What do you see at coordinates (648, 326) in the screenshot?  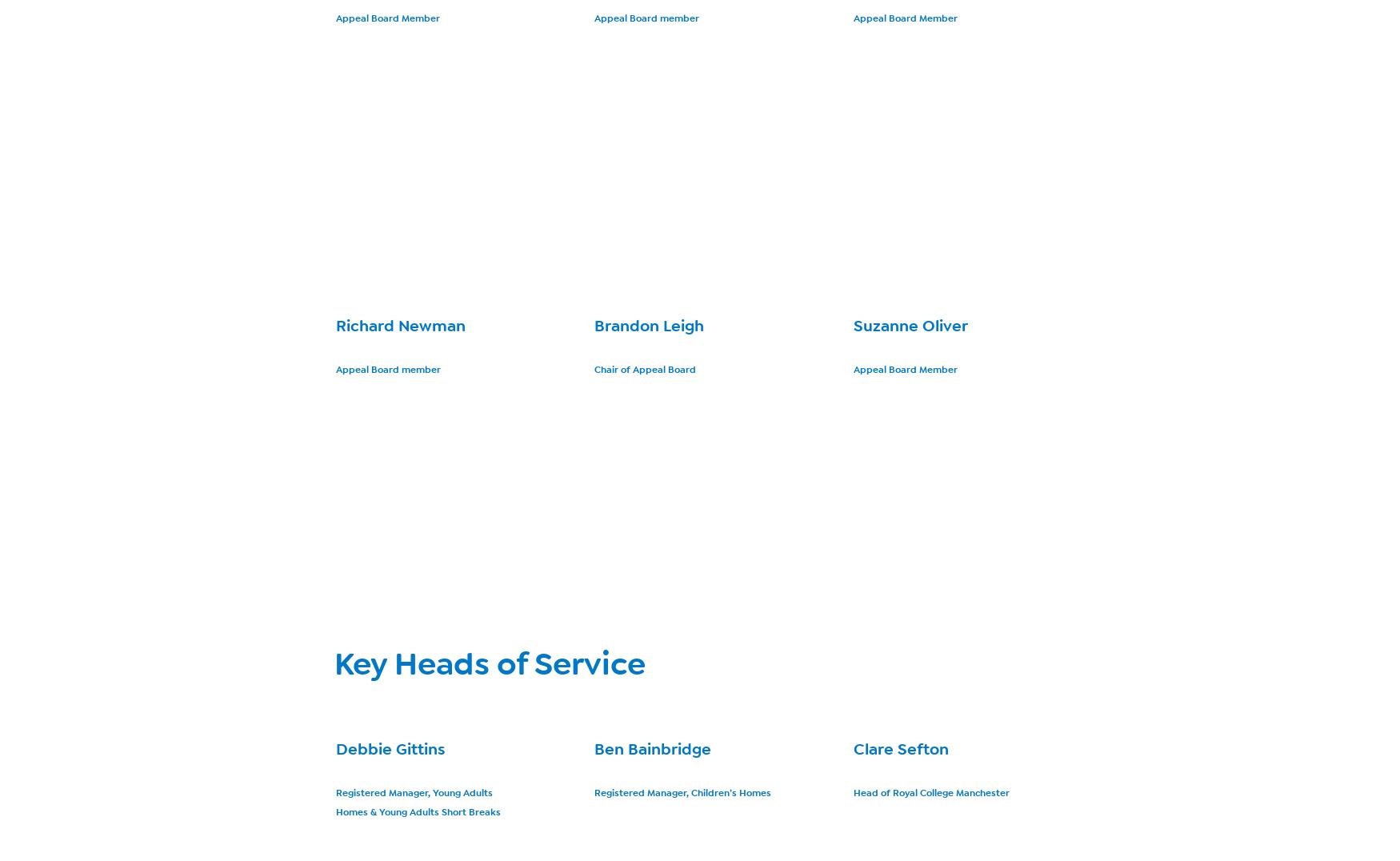 I see `'Brandon Leigh'` at bounding box center [648, 326].